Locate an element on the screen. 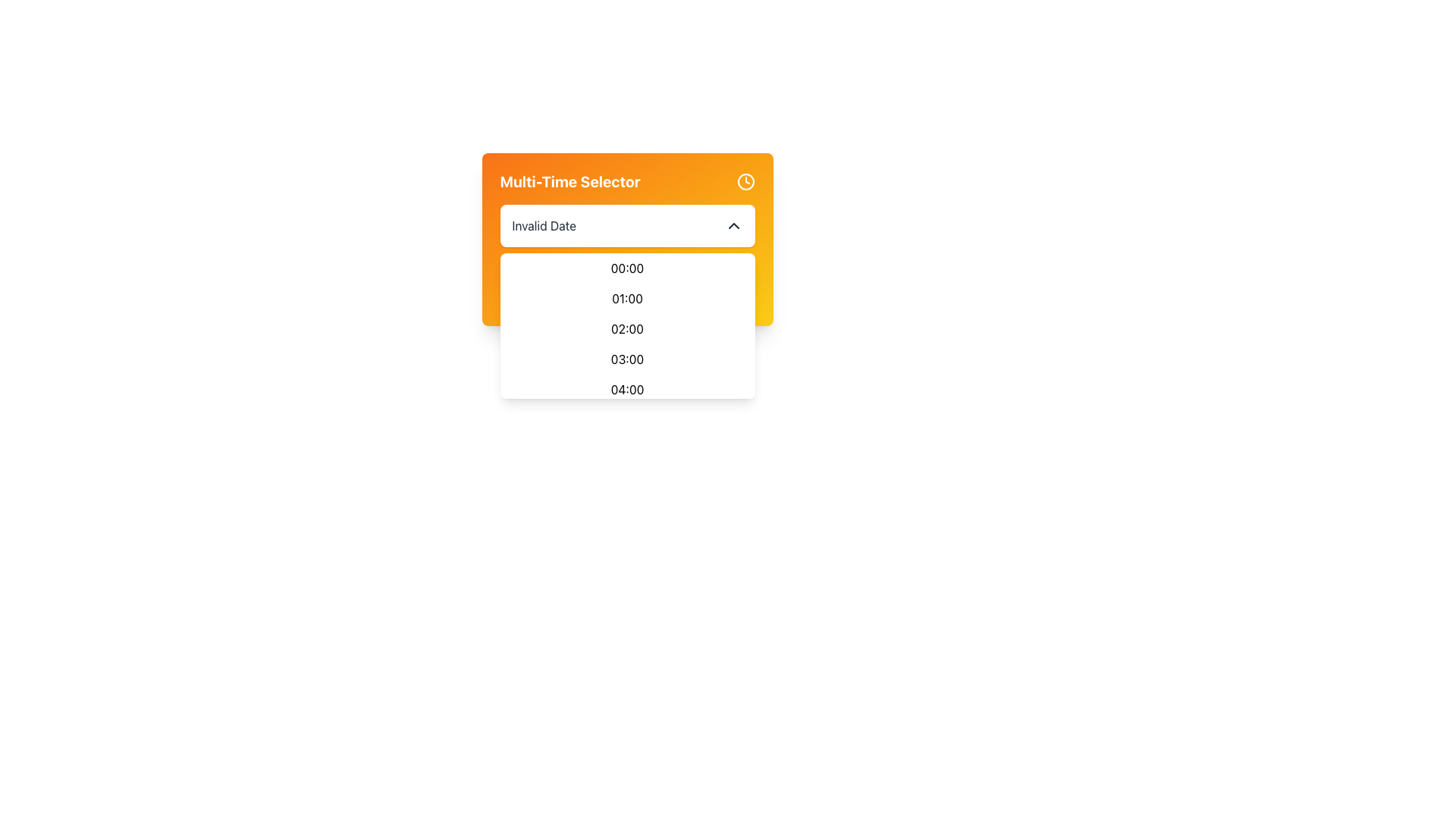 This screenshot has height=819, width=1456. the selectable list item displaying '00:00' in the dropdown menu is located at coordinates (627, 268).